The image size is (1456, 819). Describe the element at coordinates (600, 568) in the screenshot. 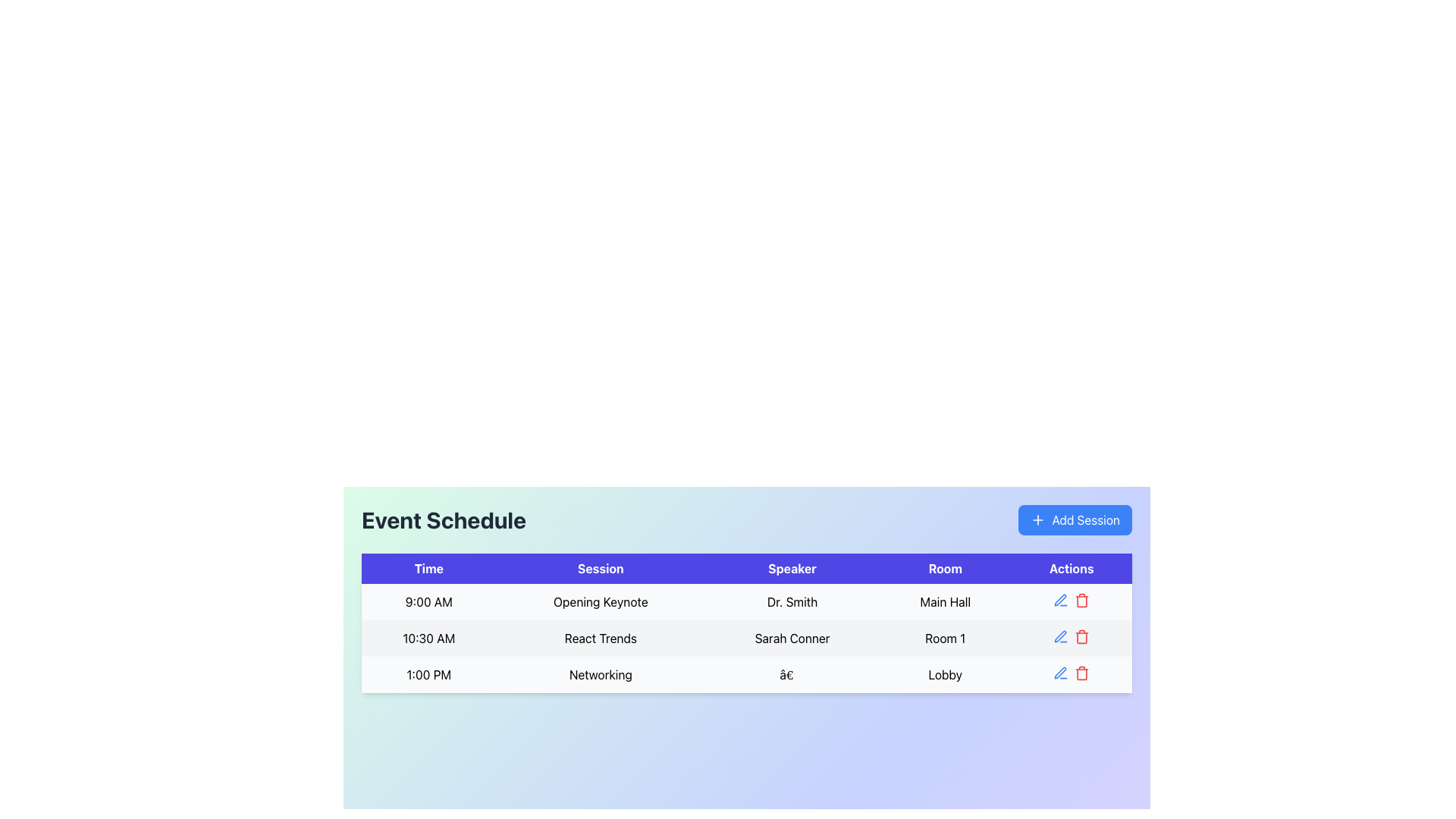

I see `the header cell for the 'Session' column in the table to sort the column data` at that location.